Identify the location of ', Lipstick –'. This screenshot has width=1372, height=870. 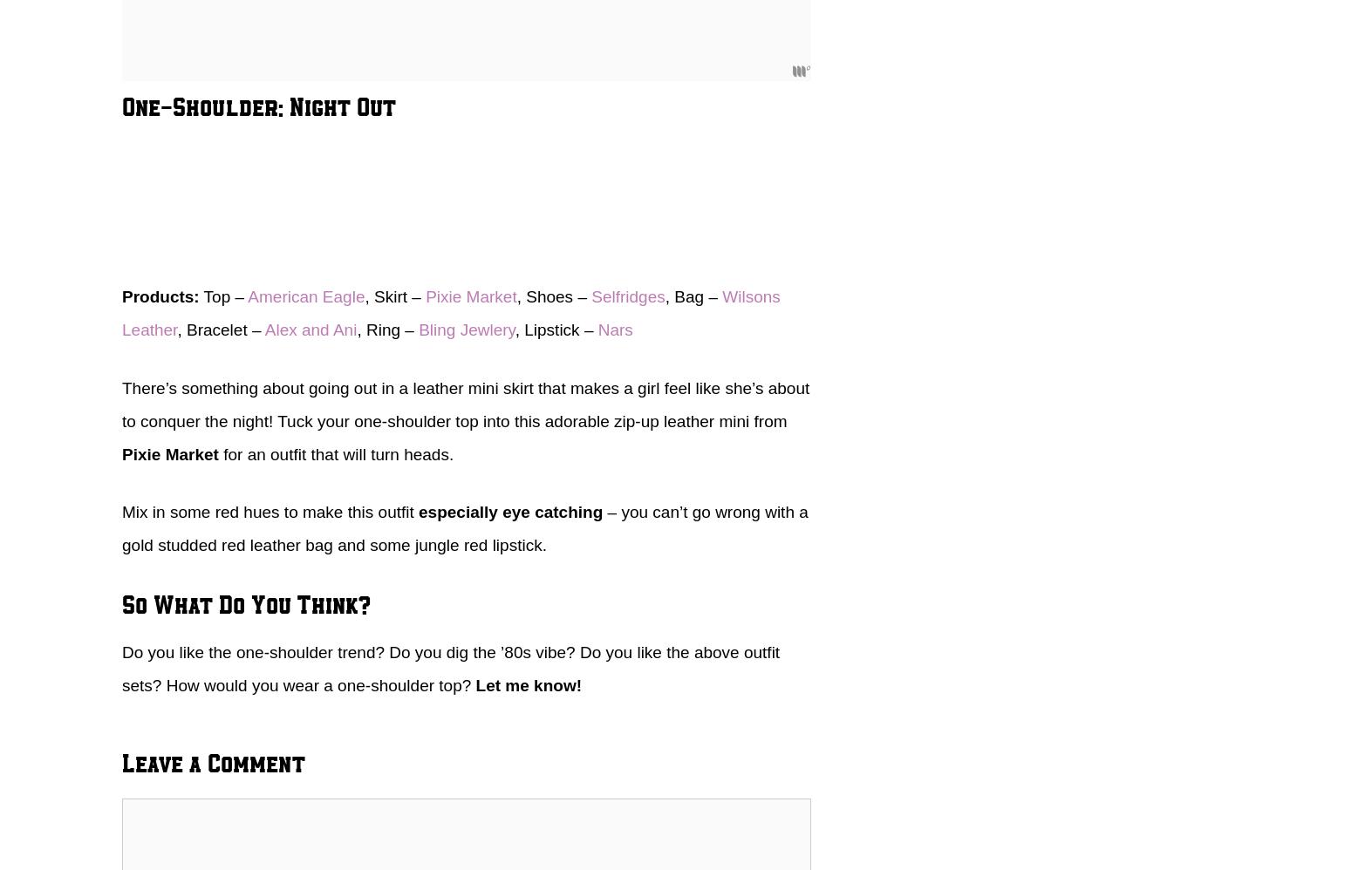
(555, 329).